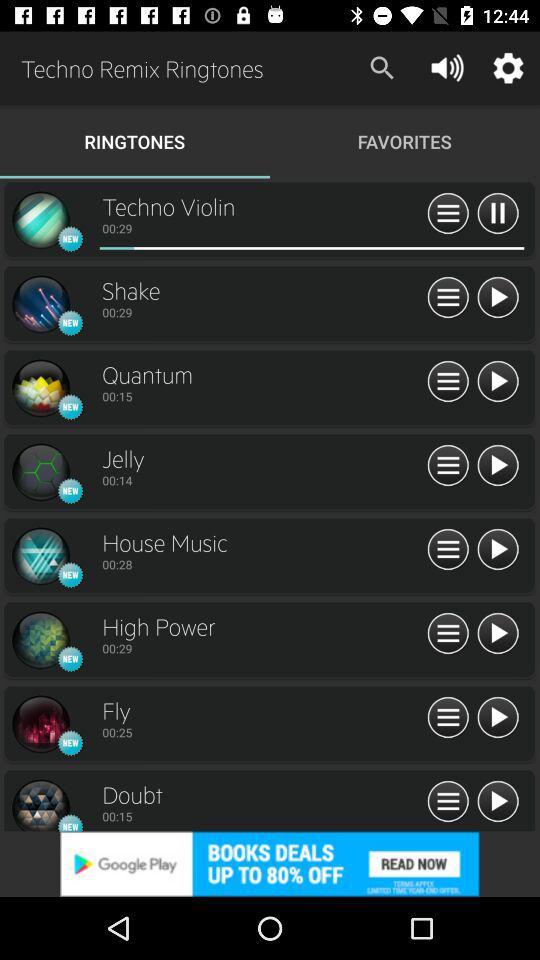 The height and width of the screenshot is (960, 540). What do you see at coordinates (448, 214) in the screenshot?
I see `click pause button` at bounding box center [448, 214].